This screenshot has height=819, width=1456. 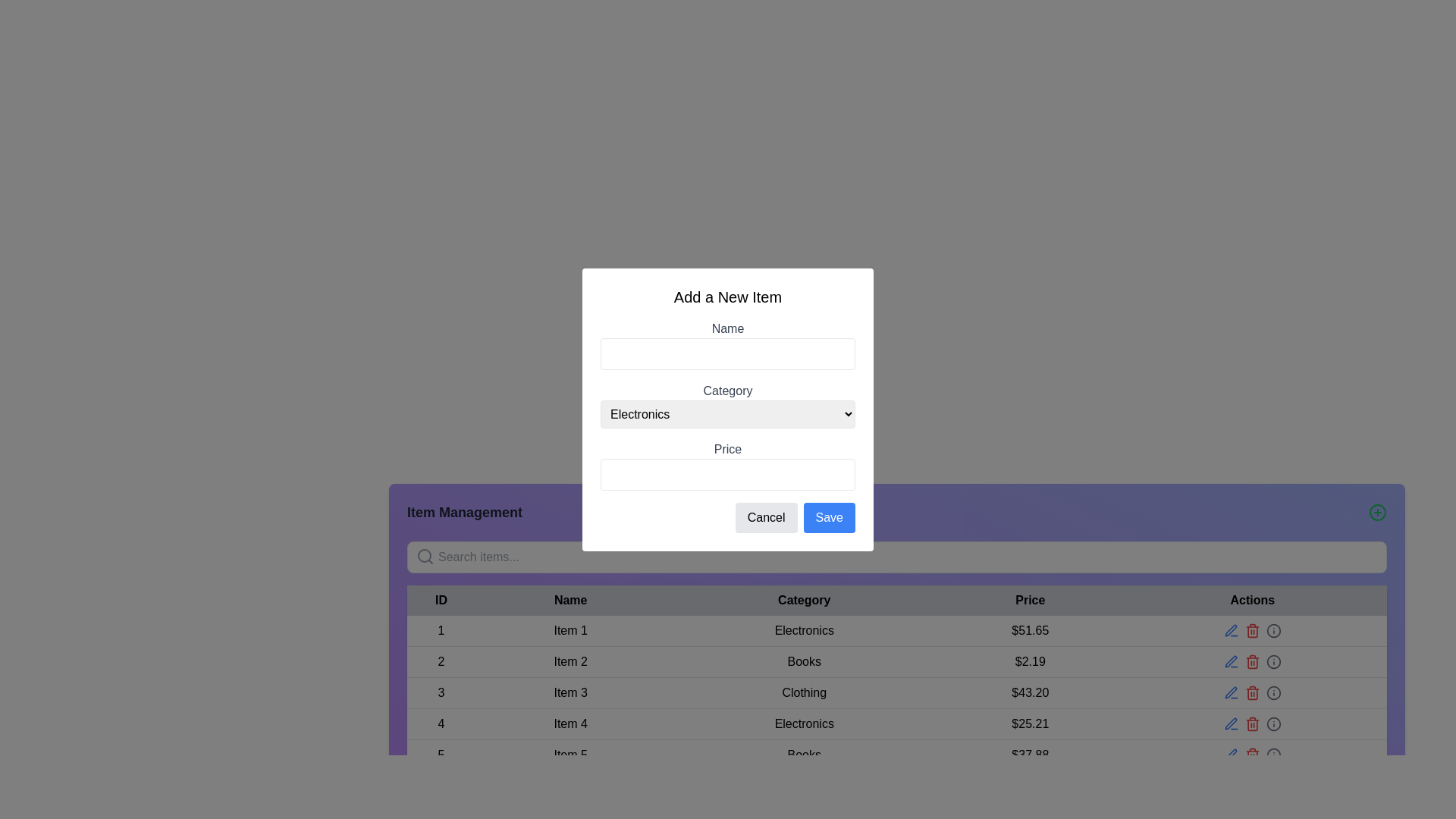 What do you see at coordinates (1231, 661) in the screenshot?
I see `the blue pen icon representing the edit action located in the 'Actions' column of the data table` at bounding box center [1231, 661].